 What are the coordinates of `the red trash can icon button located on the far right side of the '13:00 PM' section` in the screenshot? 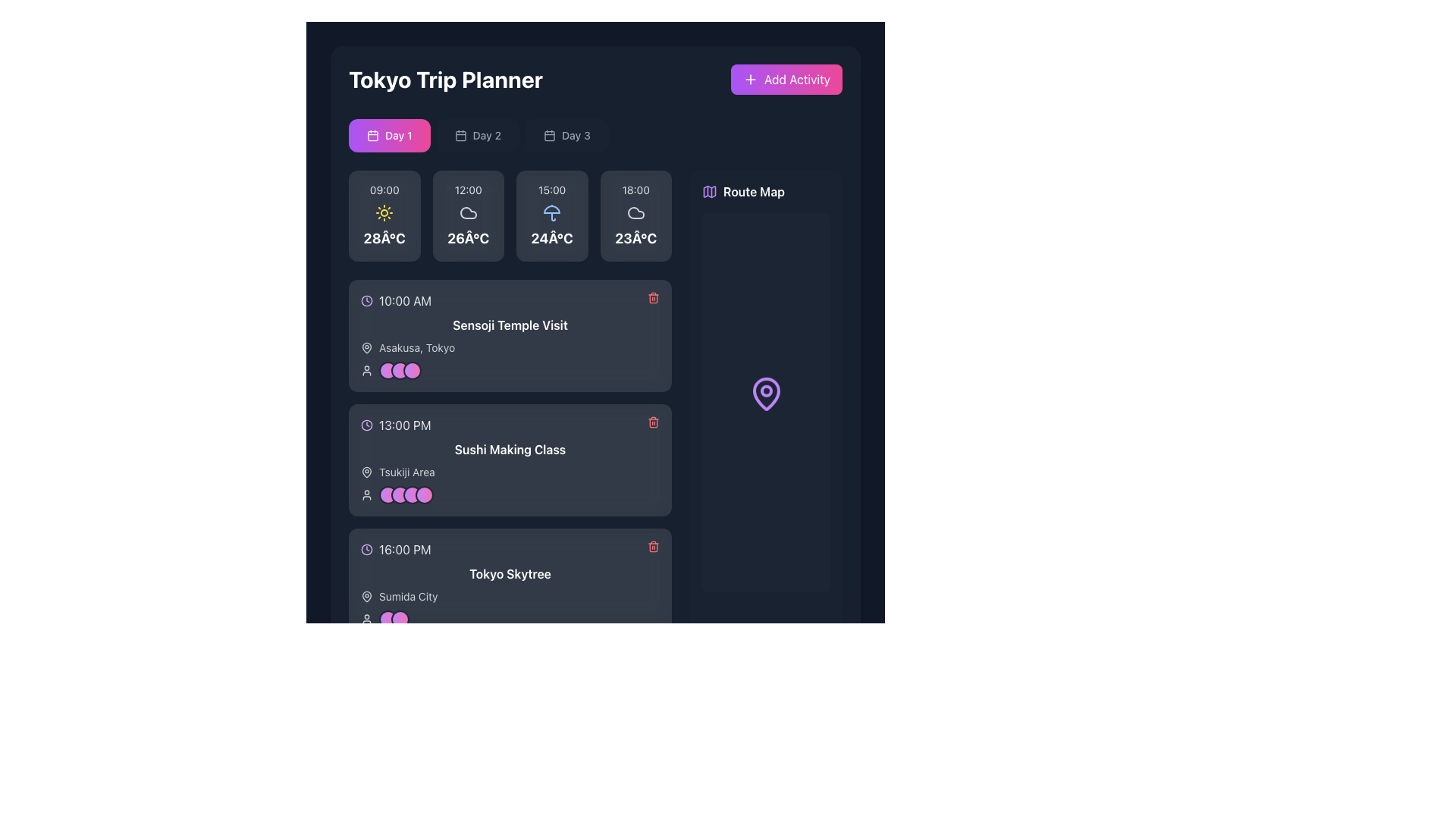 It's located at (654, 422).